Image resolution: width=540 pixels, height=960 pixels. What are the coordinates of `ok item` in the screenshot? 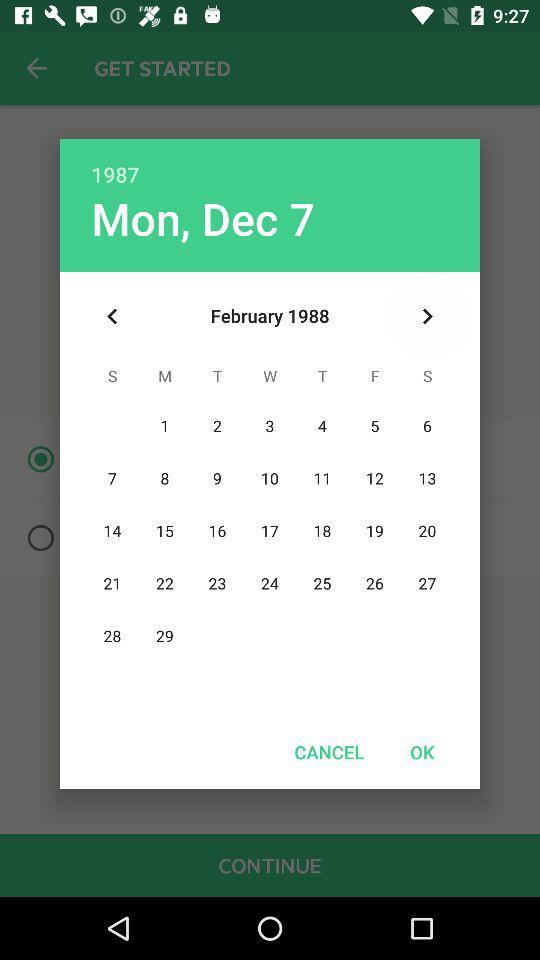 It's located at (421, 751).